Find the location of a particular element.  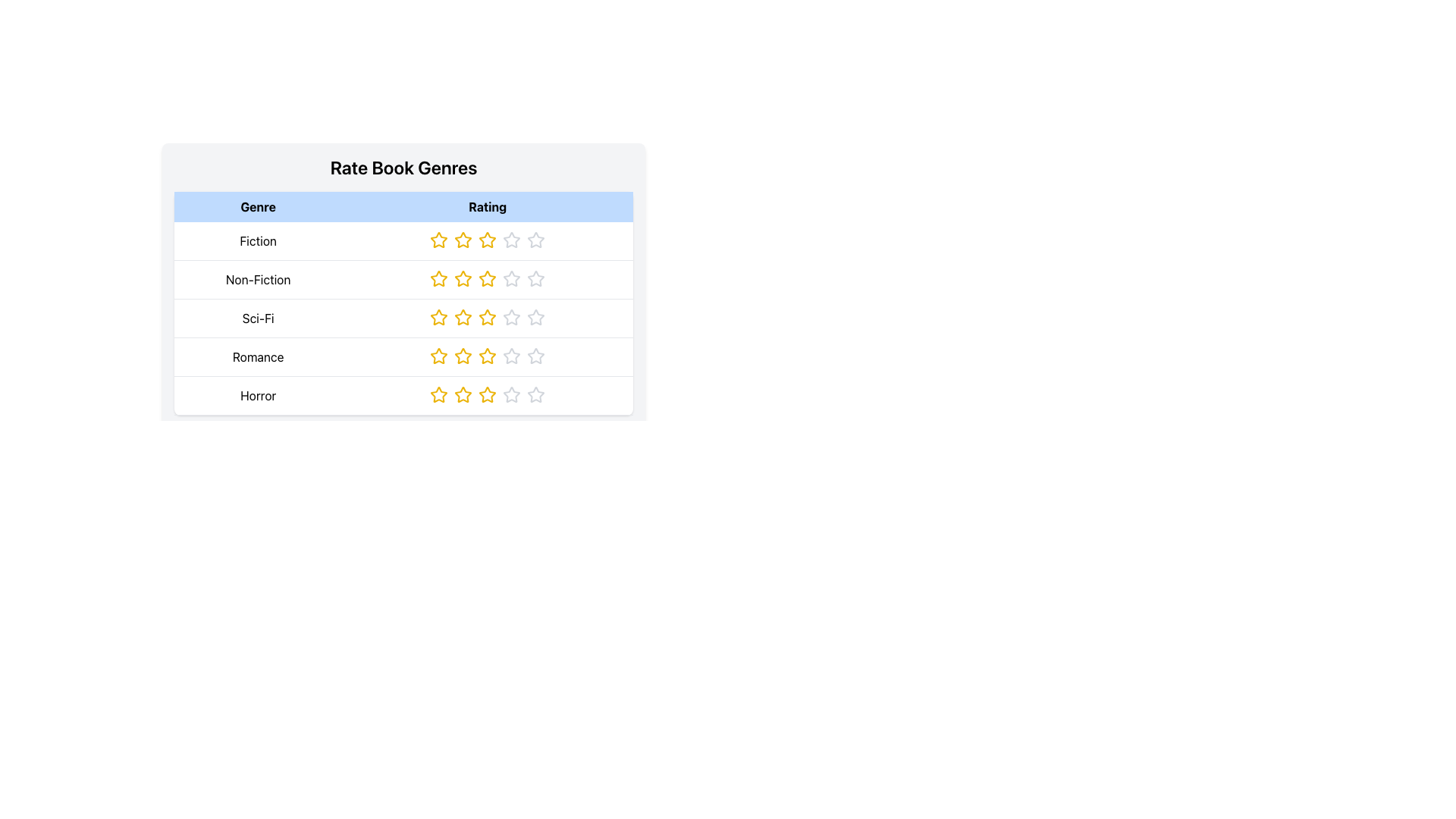

the fourth star icon in the rating system for the 'Fiction' genre is located at coordinates (512, 239).